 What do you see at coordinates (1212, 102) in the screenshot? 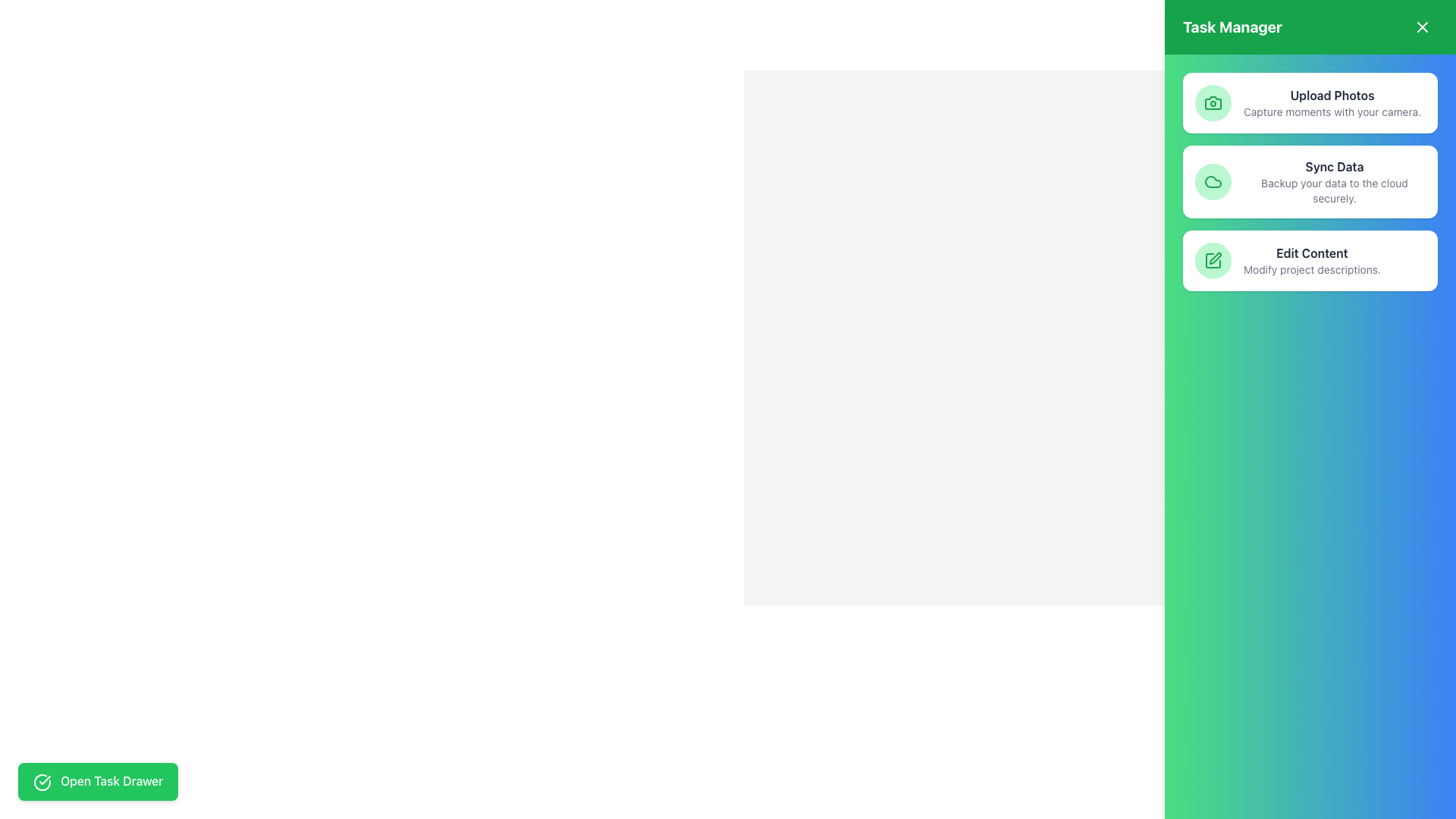
I see `the 'Upload Photos' option in the Task Manager panel` at bounding box center [1212, 102].